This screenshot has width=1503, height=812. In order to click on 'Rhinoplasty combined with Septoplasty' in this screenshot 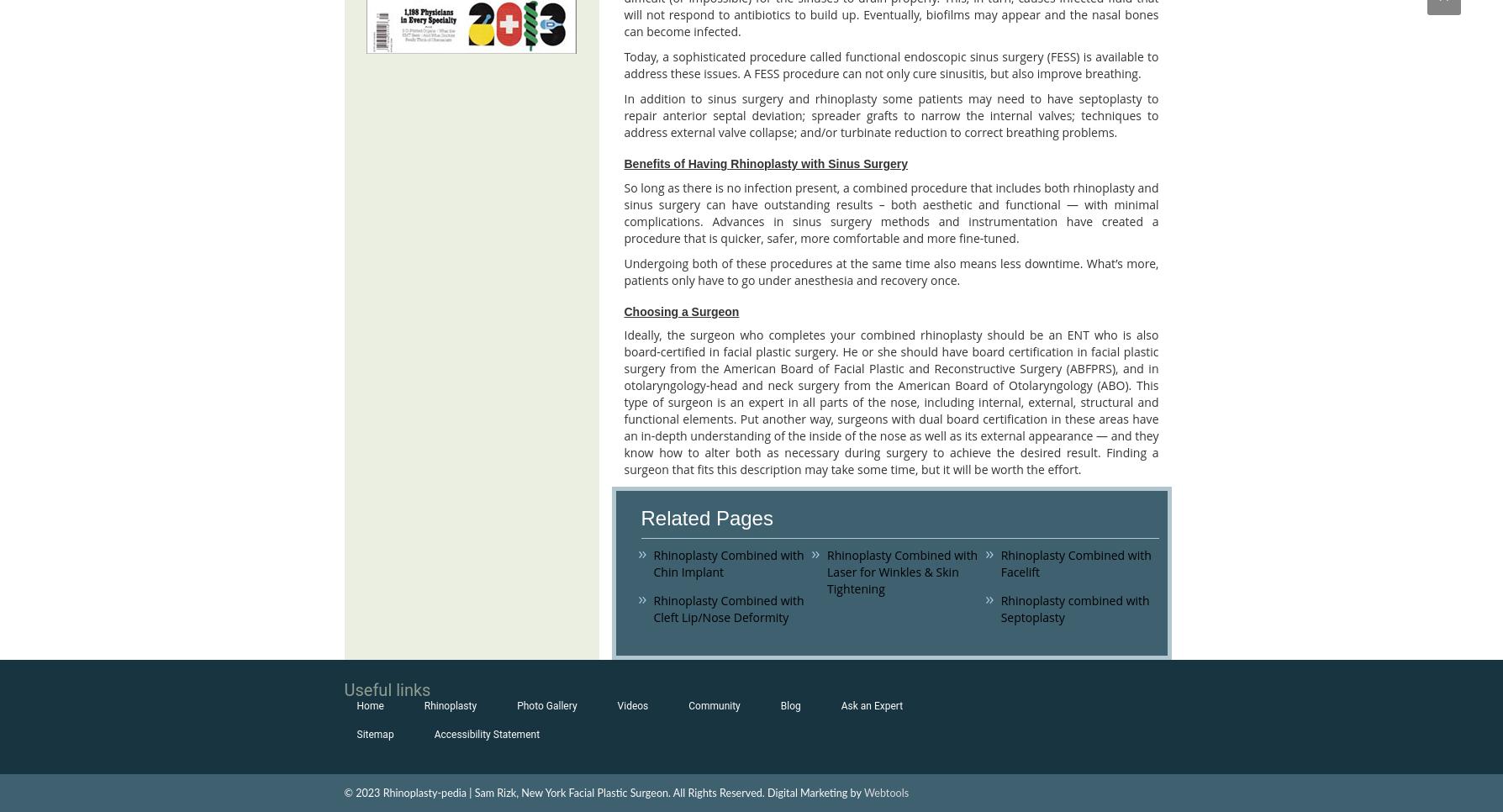, I will do `click(1073, 607)`.